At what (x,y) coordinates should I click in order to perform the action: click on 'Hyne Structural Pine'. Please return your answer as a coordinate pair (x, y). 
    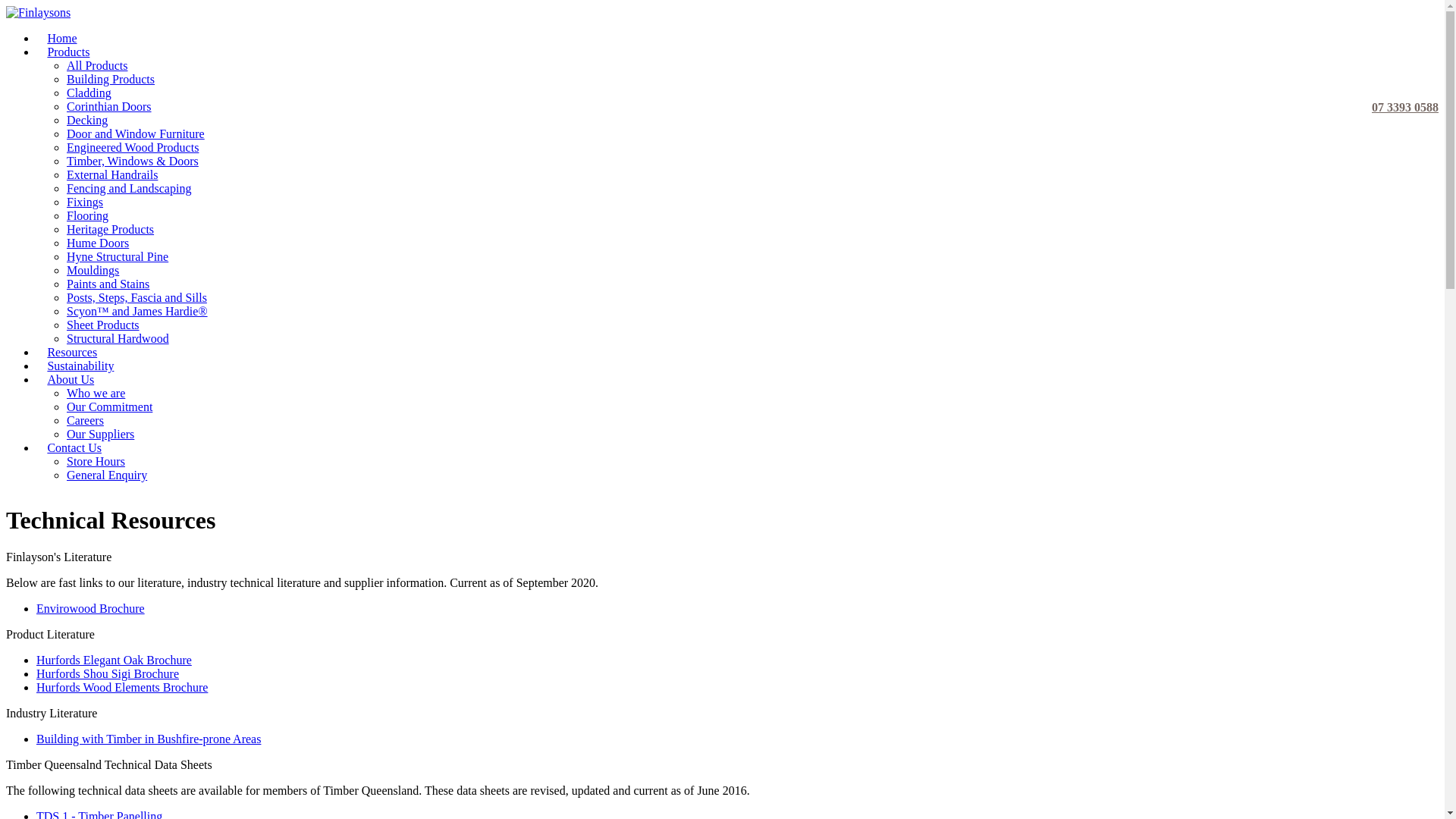
    Looking at the image, I should click on (116, 256).